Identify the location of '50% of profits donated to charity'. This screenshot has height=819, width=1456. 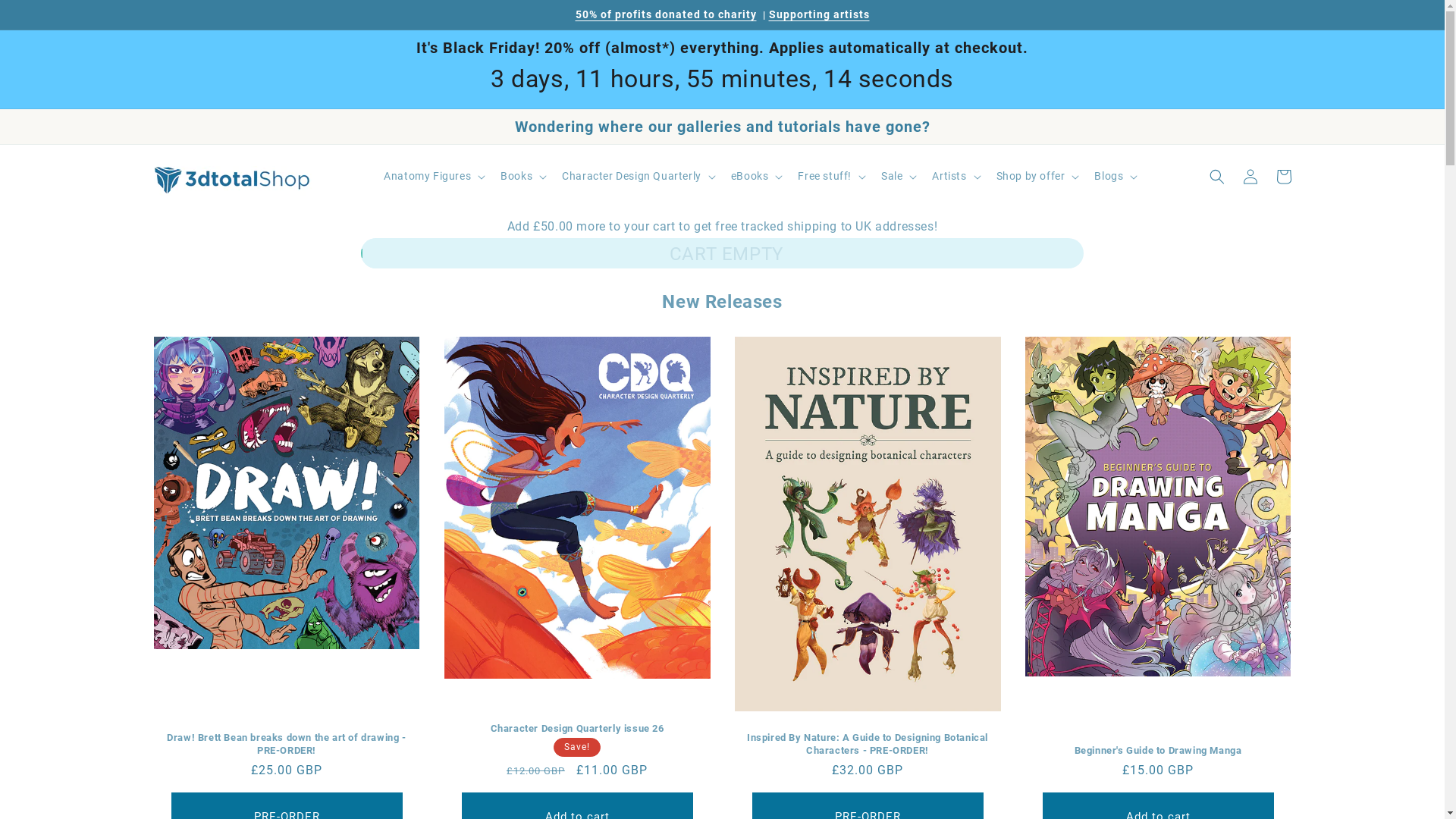
(665, 14).